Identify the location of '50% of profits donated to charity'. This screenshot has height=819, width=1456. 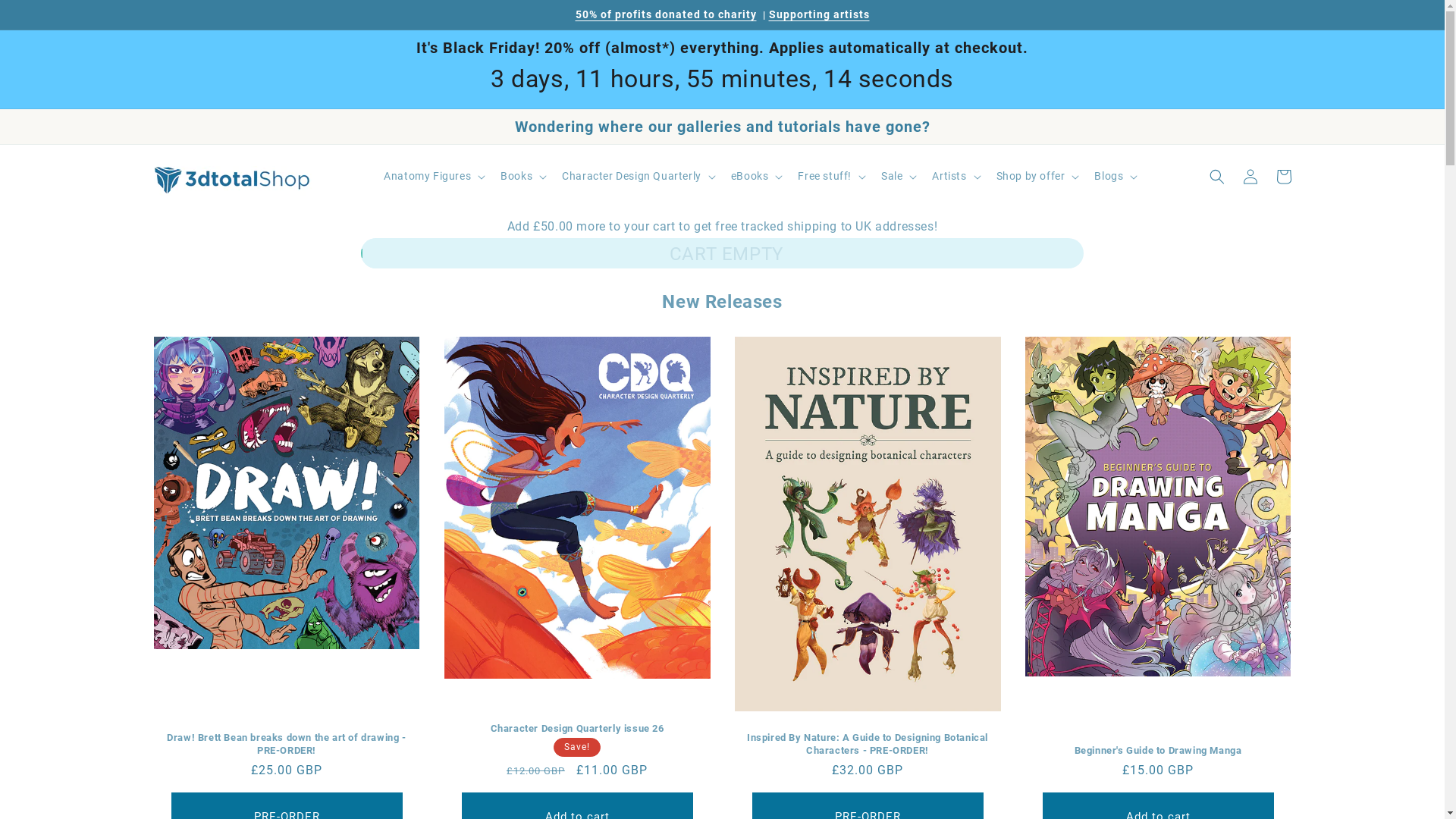
(665, 14).